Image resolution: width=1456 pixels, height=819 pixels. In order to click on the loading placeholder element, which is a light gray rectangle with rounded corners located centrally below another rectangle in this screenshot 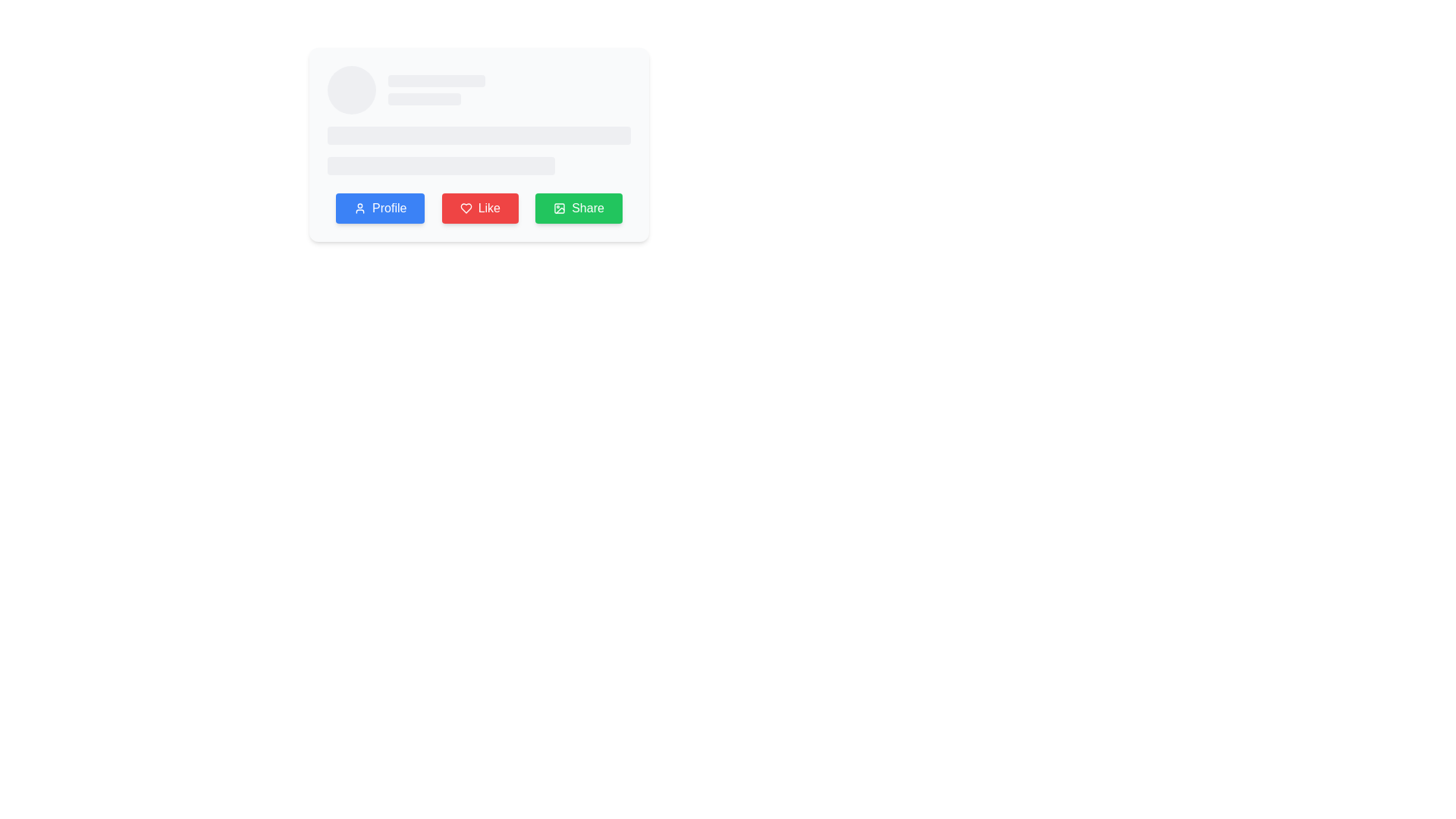, I will do `click(440, 166)`.